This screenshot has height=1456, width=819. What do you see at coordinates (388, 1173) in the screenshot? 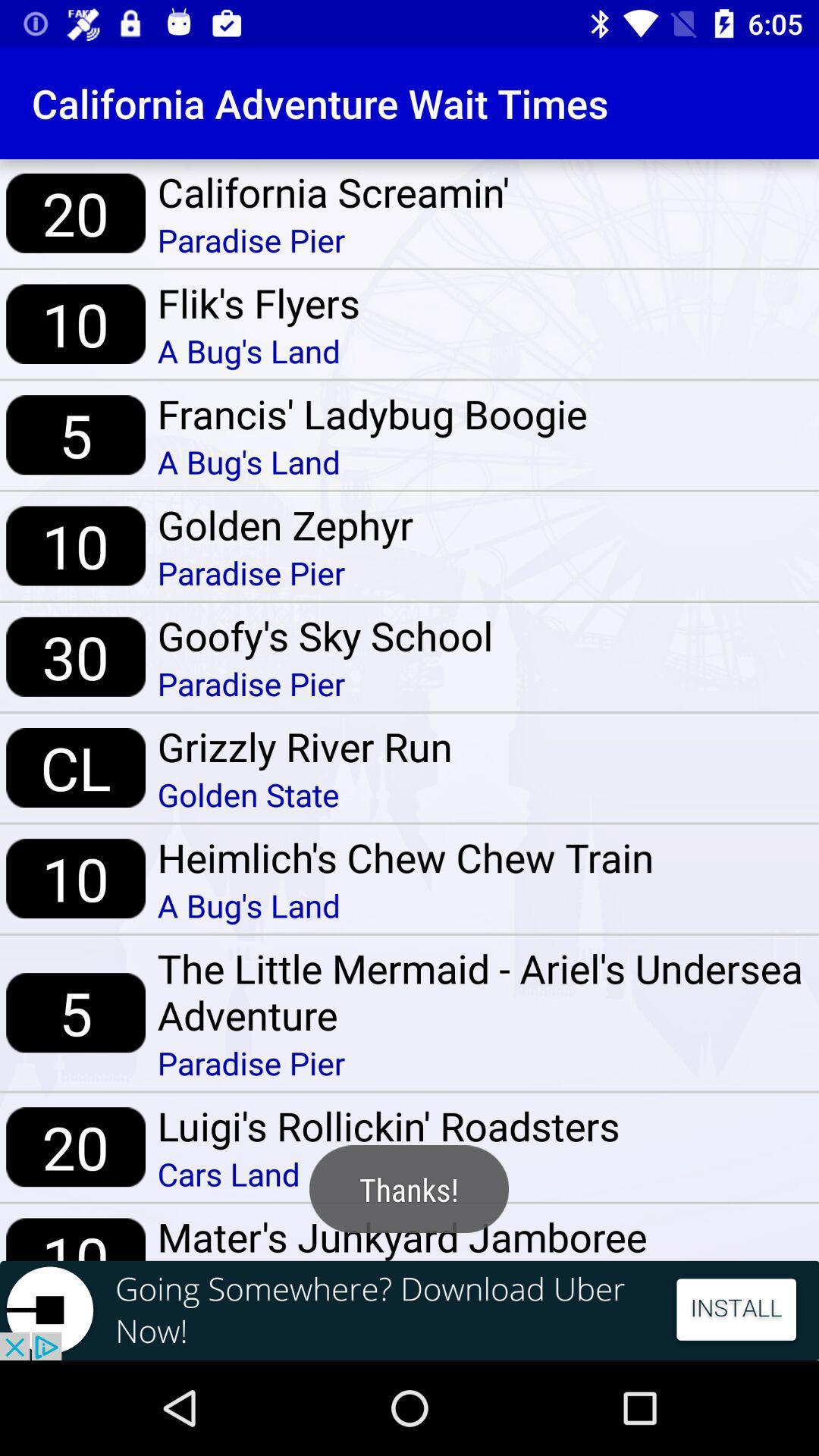
I see `cars land icon` at bounding box center [388, 1173].